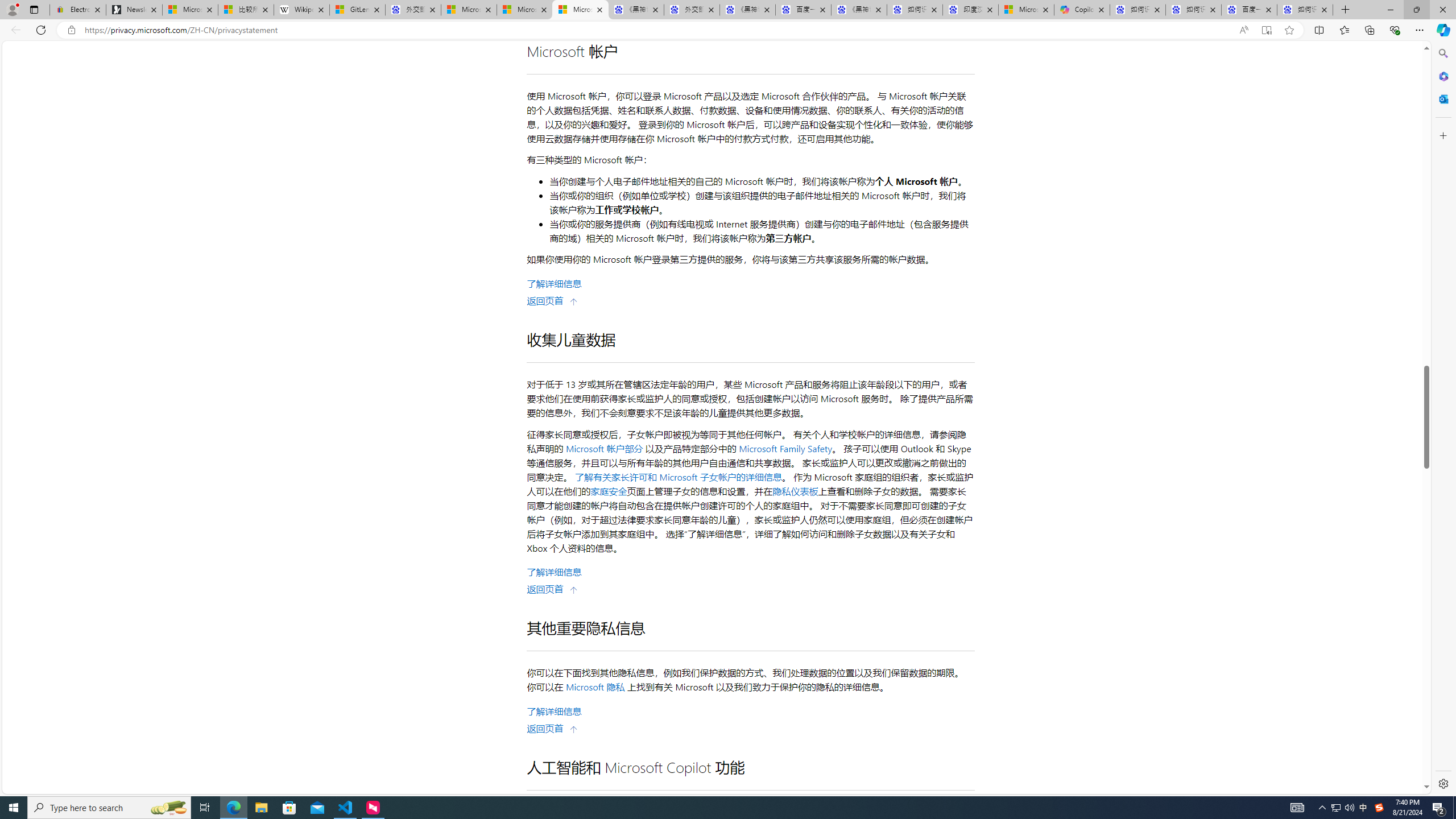 The image size is (1456, 819). What do you see at coordinates (784, 448) in the screenshot?
I see `'Microsoft Family Safety'` at bounding box center [784, 448].